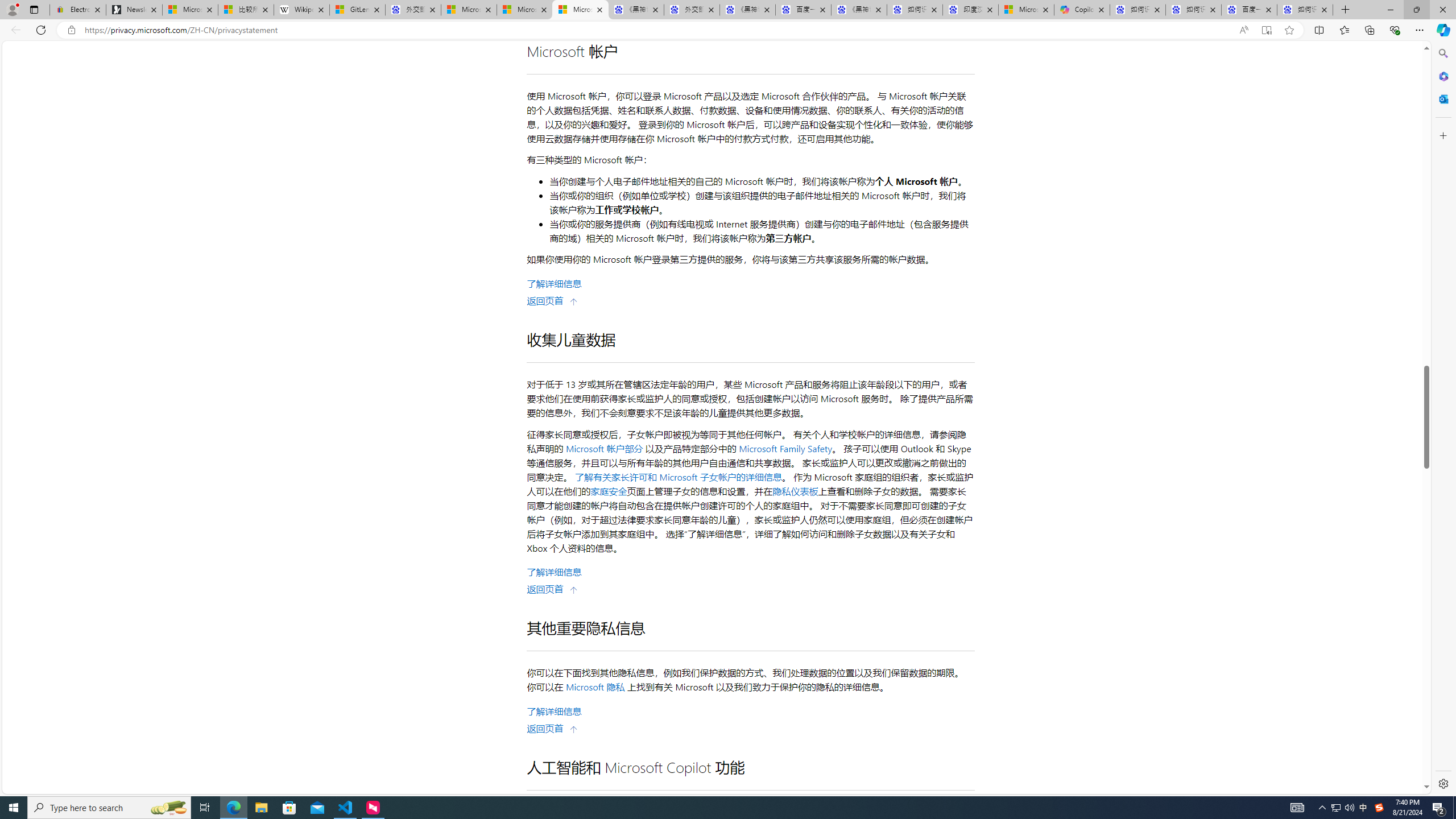 The image size is (1456, 819). What do you see at coordinates (784, 448) in the screenshot?
I see `'Microsoft Family Safety'` at bounding box center [784, 448].